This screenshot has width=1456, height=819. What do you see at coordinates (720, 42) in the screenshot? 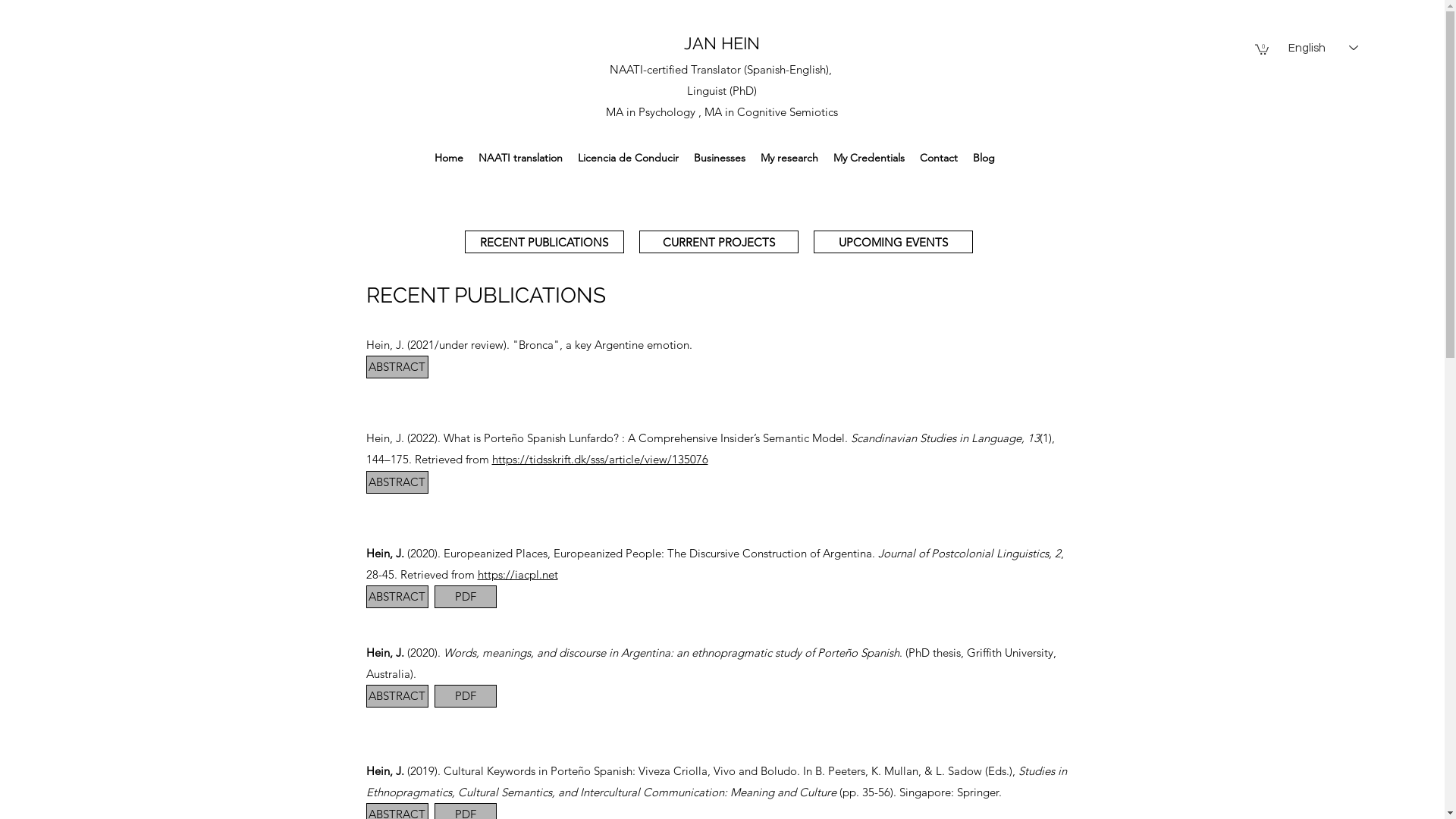
I see `'JAN HEIN'` at bounding box center [720, 42].